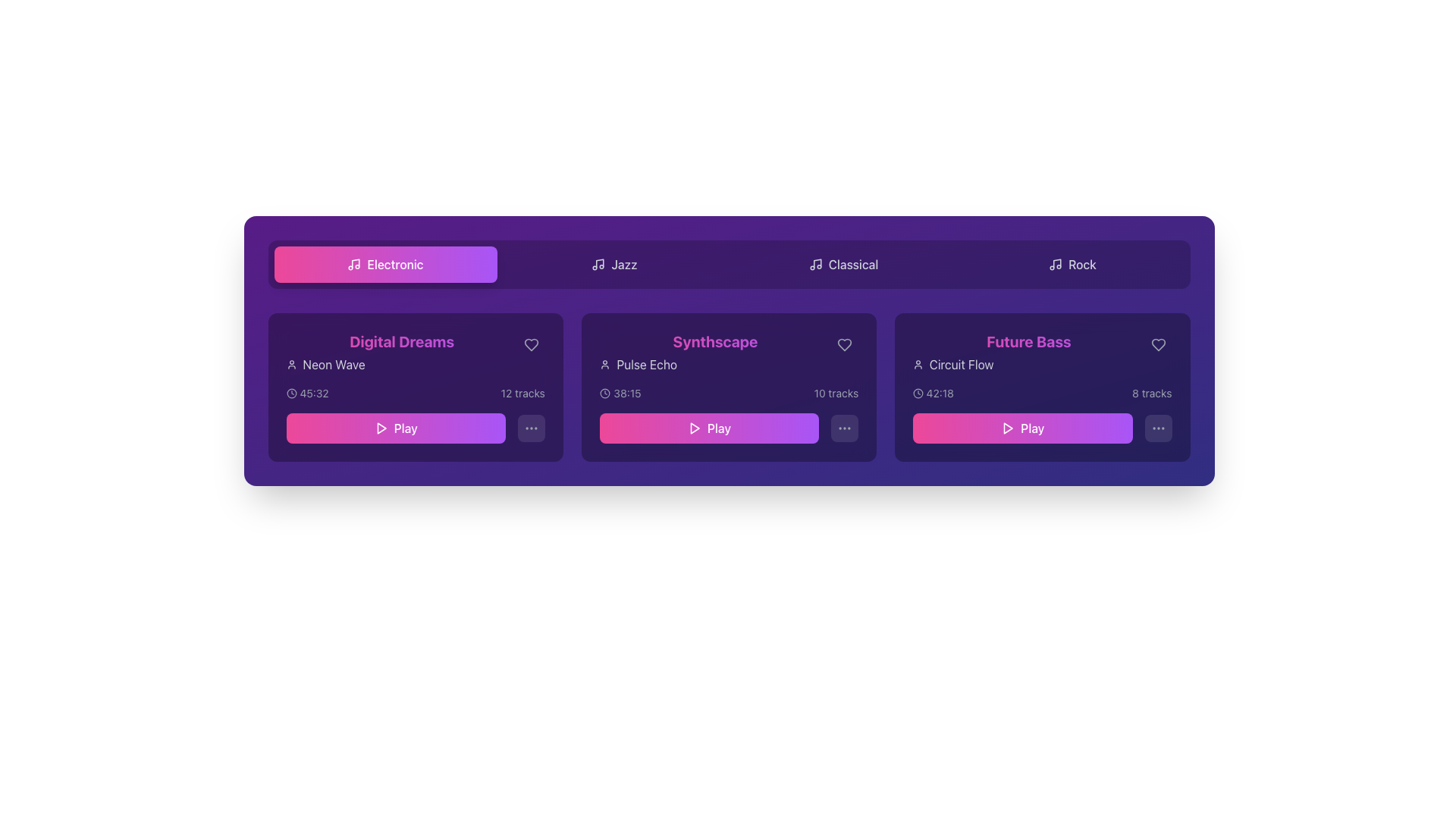  I want to click on the play button at the bottom center of the 'Synthscape' panel to play the audio content associated with it, so click(708, 428).